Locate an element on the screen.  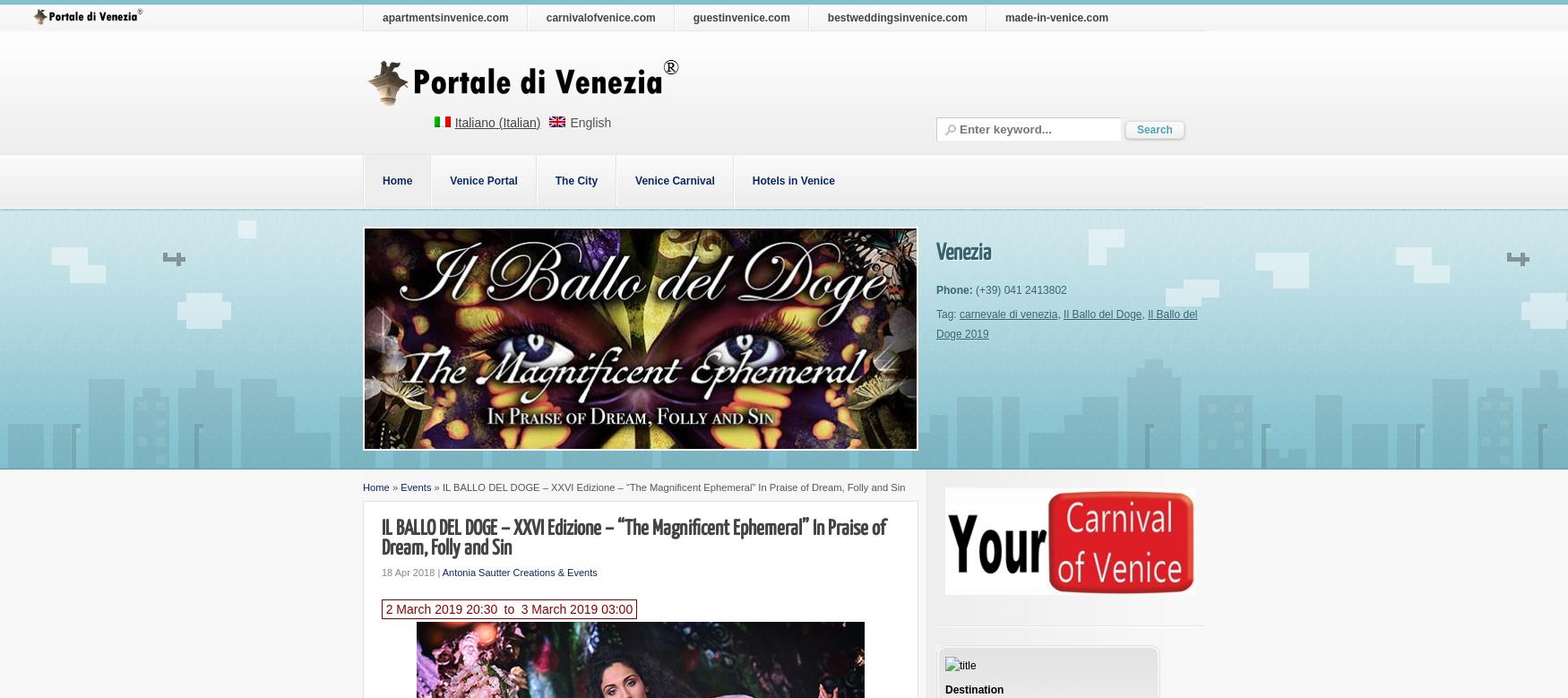
'Italiano' is located at coordinates (473, 122).